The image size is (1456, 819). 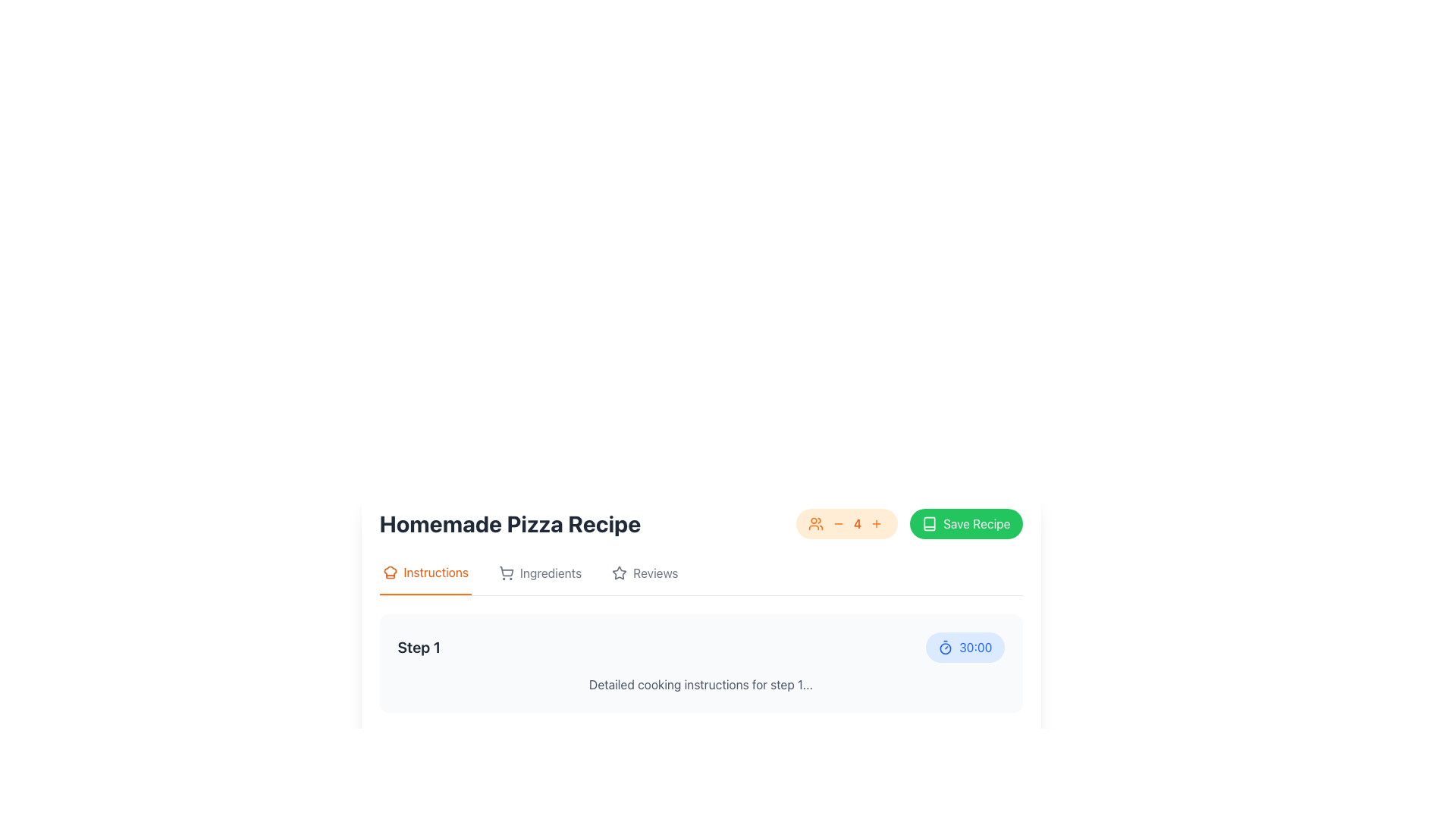 I want to click on the star-shaped icon, which is styled with a thin outline and no fill color, located in the top-right section of the interface near the 'Save Recipe' button, so click(x=620, y=573).